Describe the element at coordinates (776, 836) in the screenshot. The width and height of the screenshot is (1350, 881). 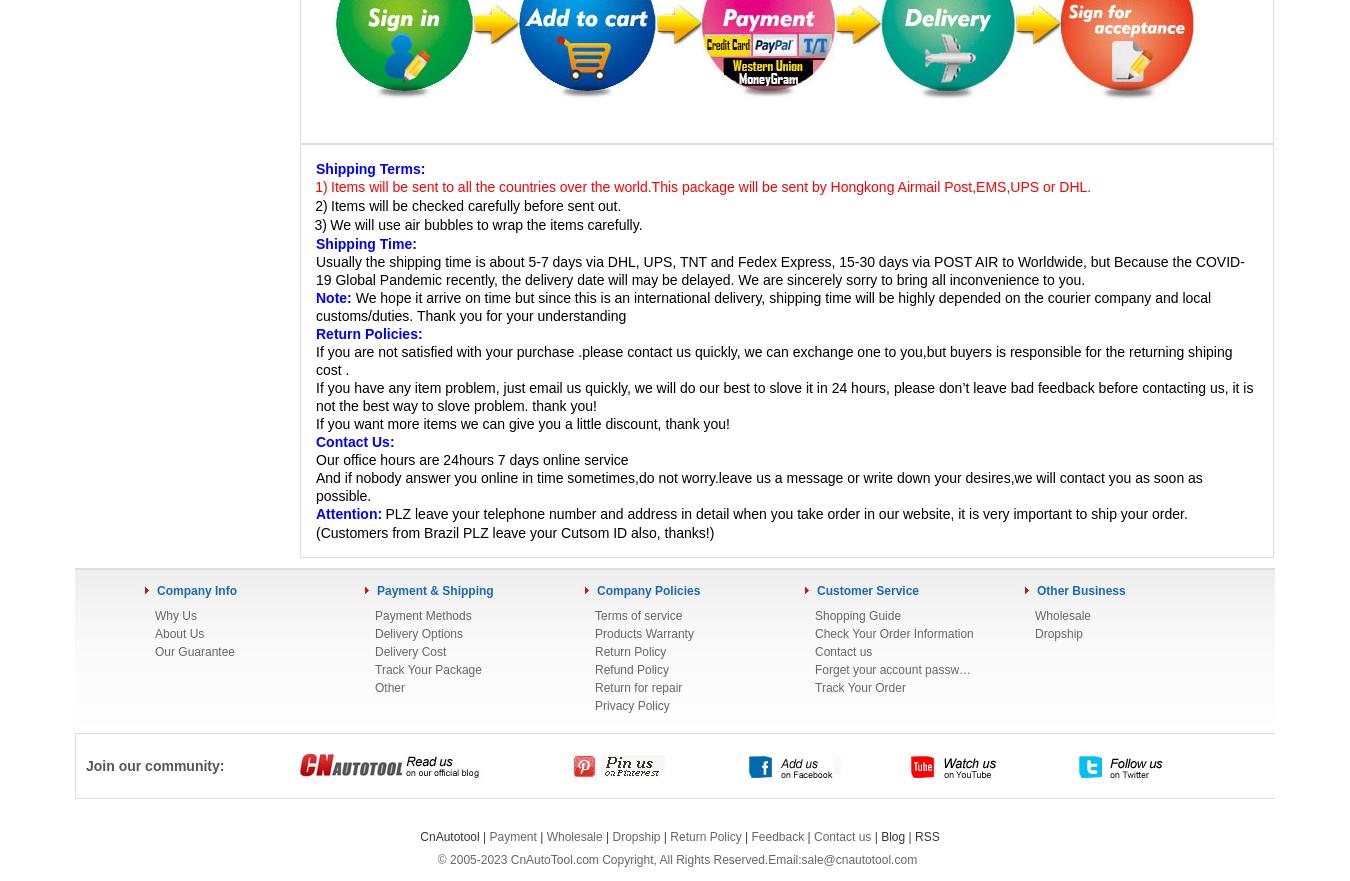
I see `'Feedback'` at that location.